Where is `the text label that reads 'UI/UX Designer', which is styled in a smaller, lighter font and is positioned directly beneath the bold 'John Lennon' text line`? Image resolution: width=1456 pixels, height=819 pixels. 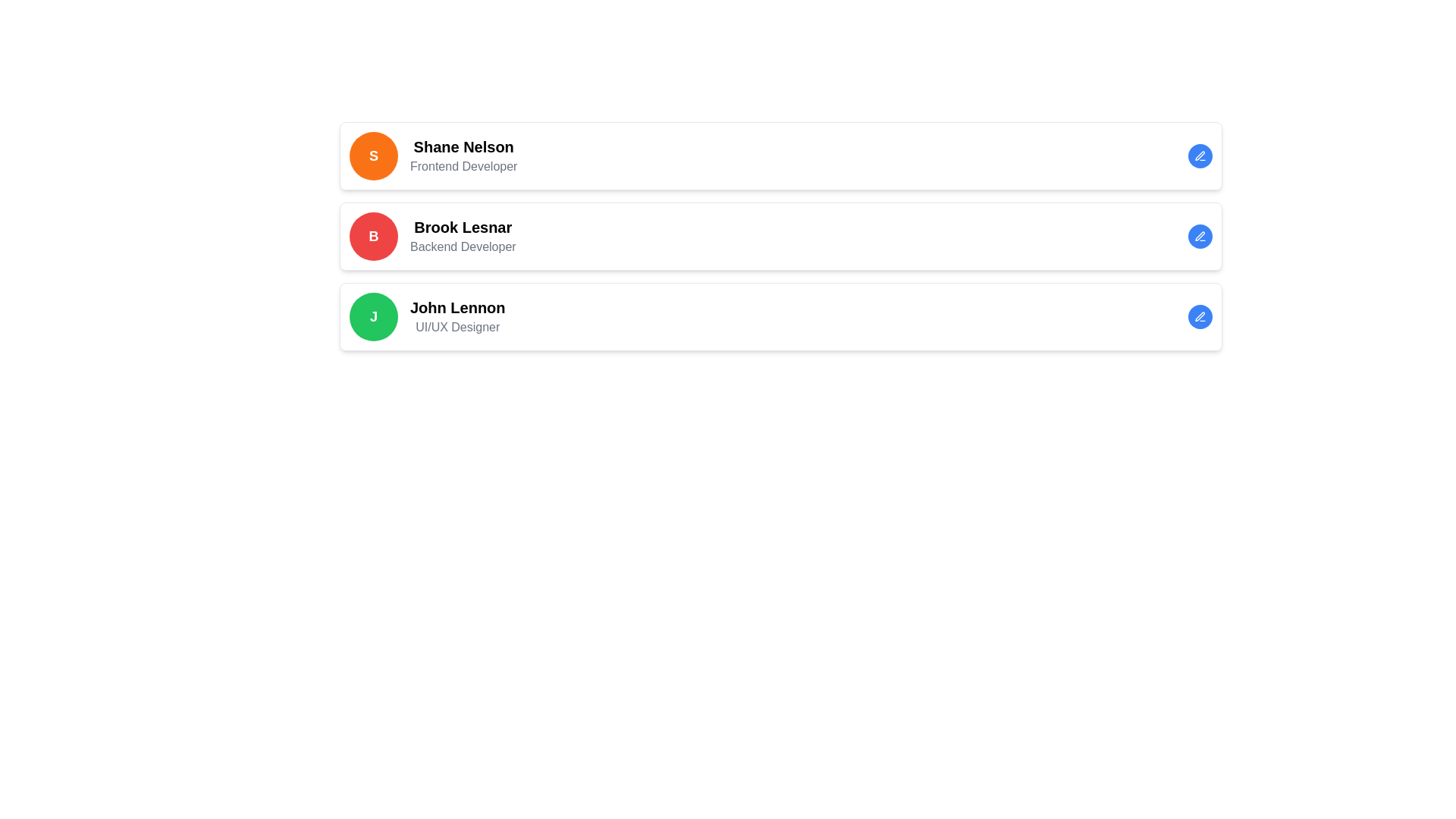
the text label that reads 'UI/UX Designer', which is styled in a smaller, lighter font and is positioned directly beneath the bold 'John Lennon' text line is located at coordinates (457, 327).